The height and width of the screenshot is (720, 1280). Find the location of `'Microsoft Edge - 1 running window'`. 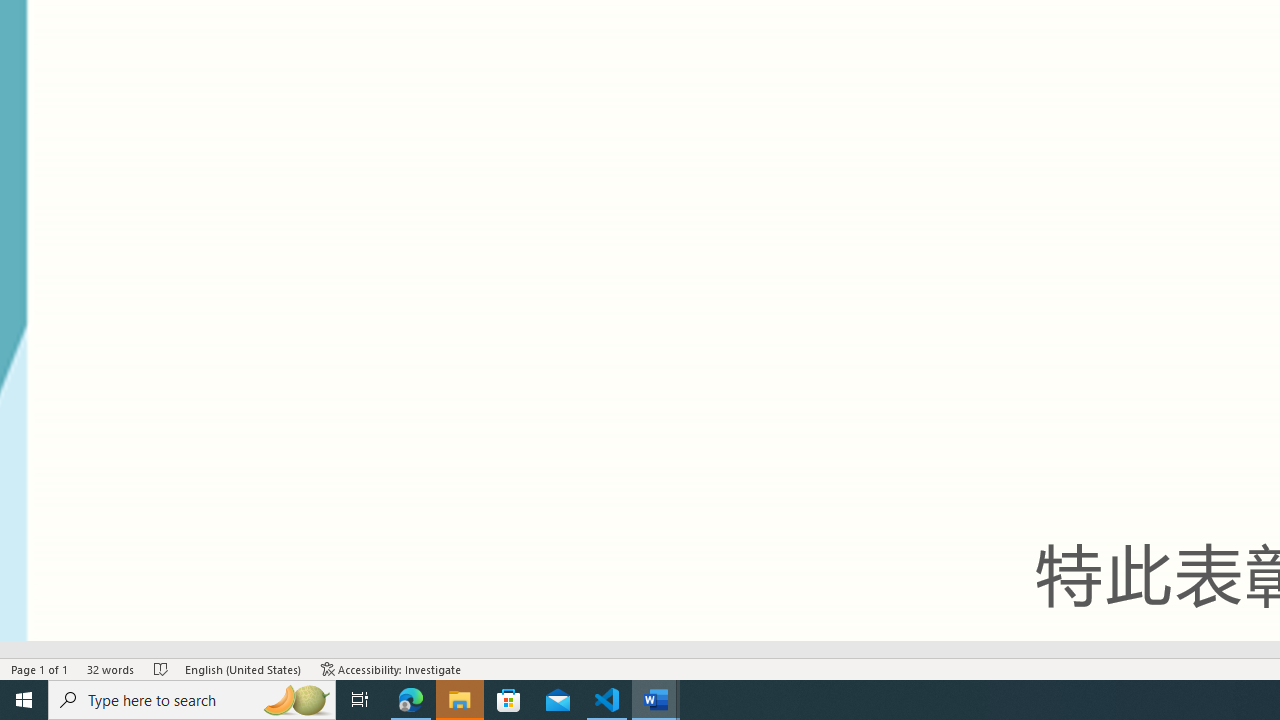

'Microsoft Edge - 1 running window' is located at coordinates (410, 698).